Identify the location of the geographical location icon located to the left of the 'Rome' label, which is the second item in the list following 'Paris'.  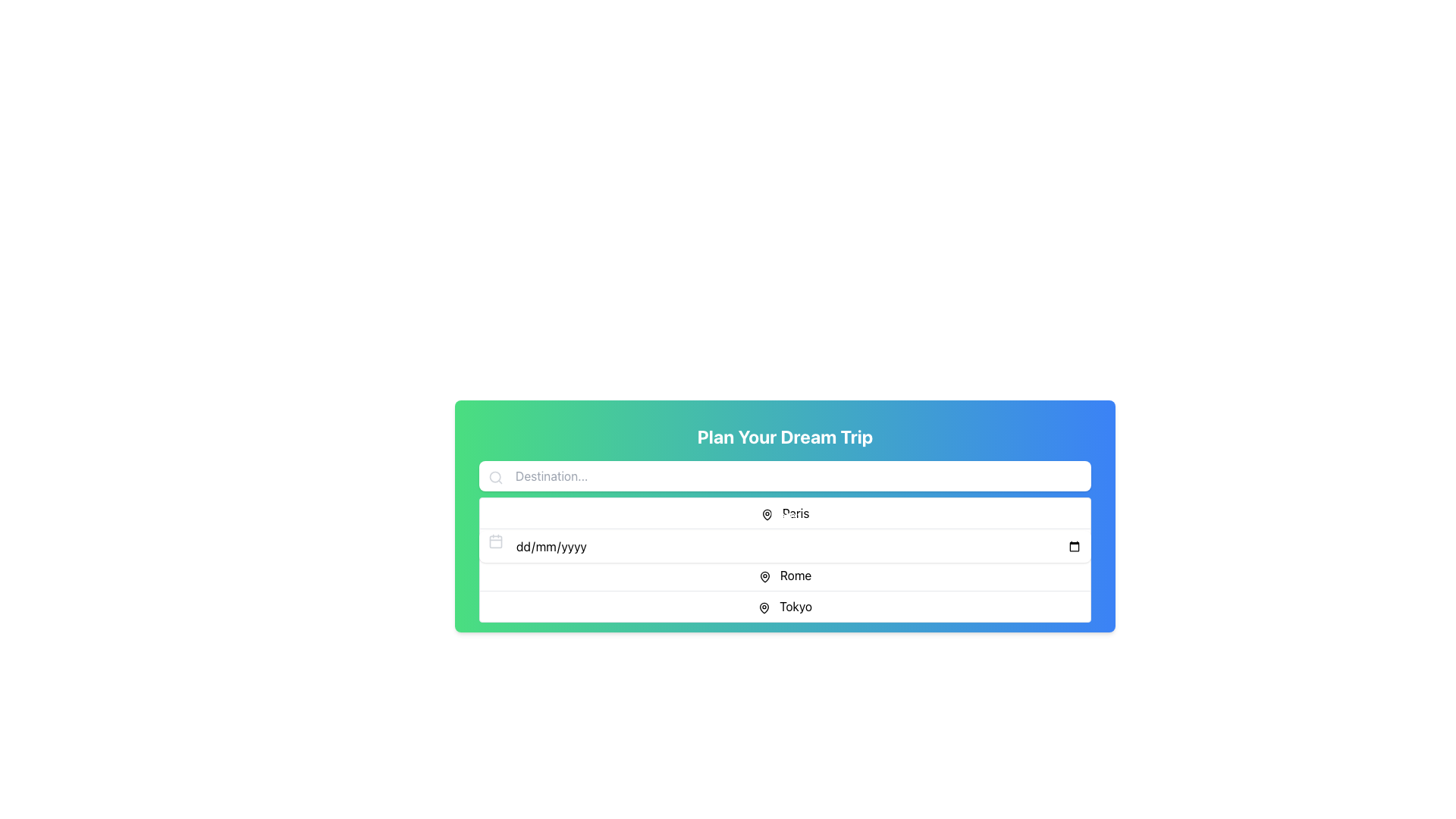
(764, 576).